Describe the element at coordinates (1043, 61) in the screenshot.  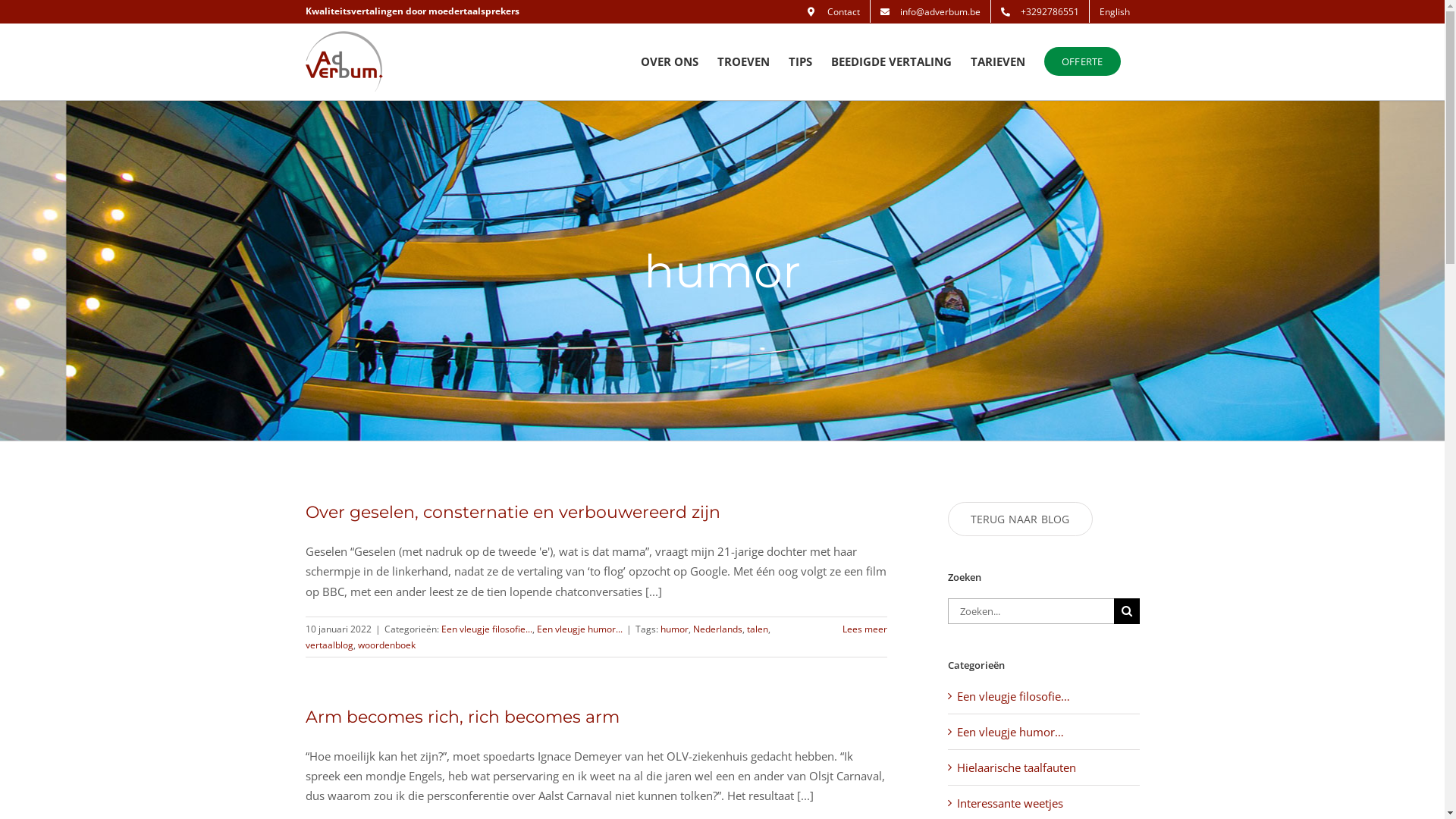
I see `'OFFERTE'` at that location.